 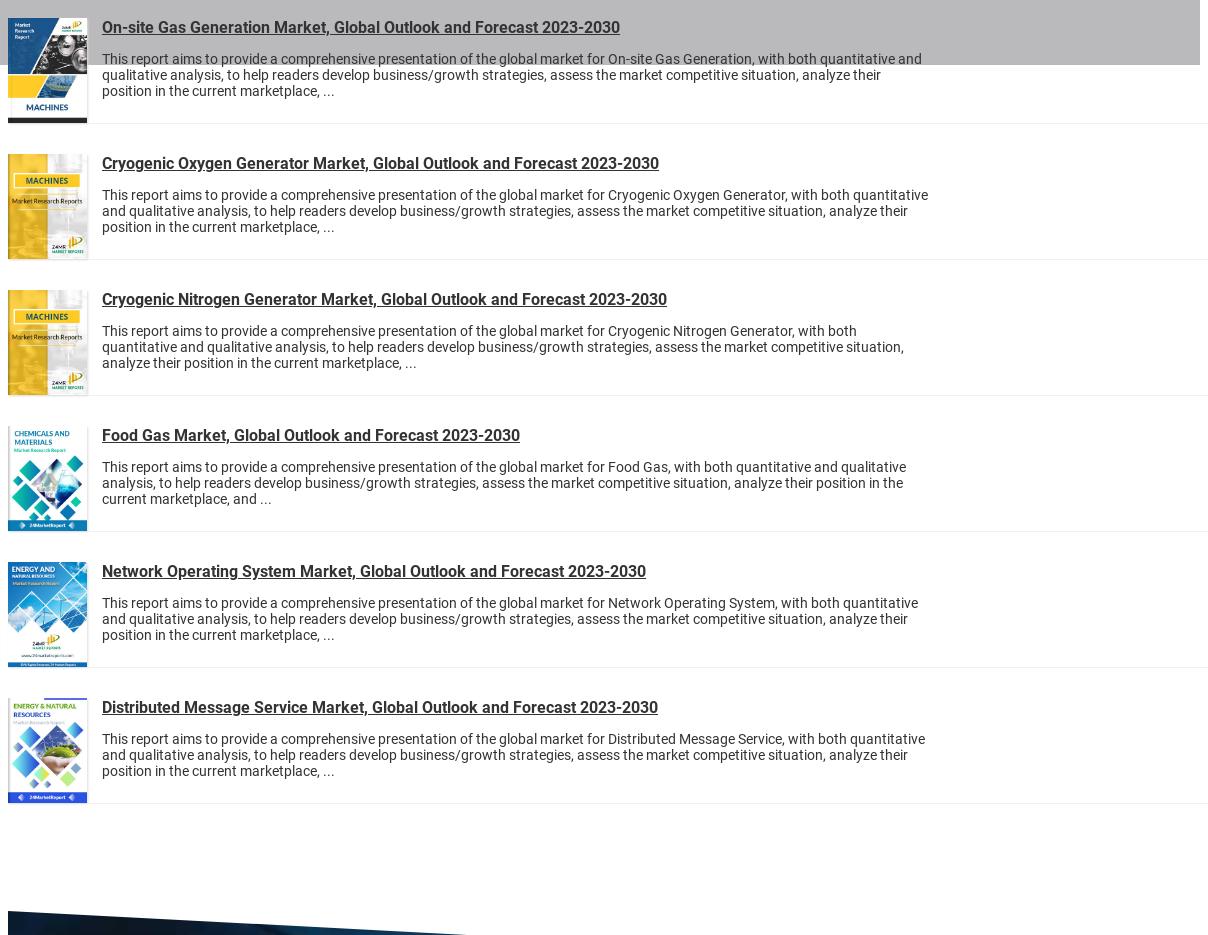 What do you see at coordinates (359, 26) in the screenshot?
I see `'On-site Gas Generation Market, Global Outlook and Forecast 2023-2030'` at bounding box center [359, 26].